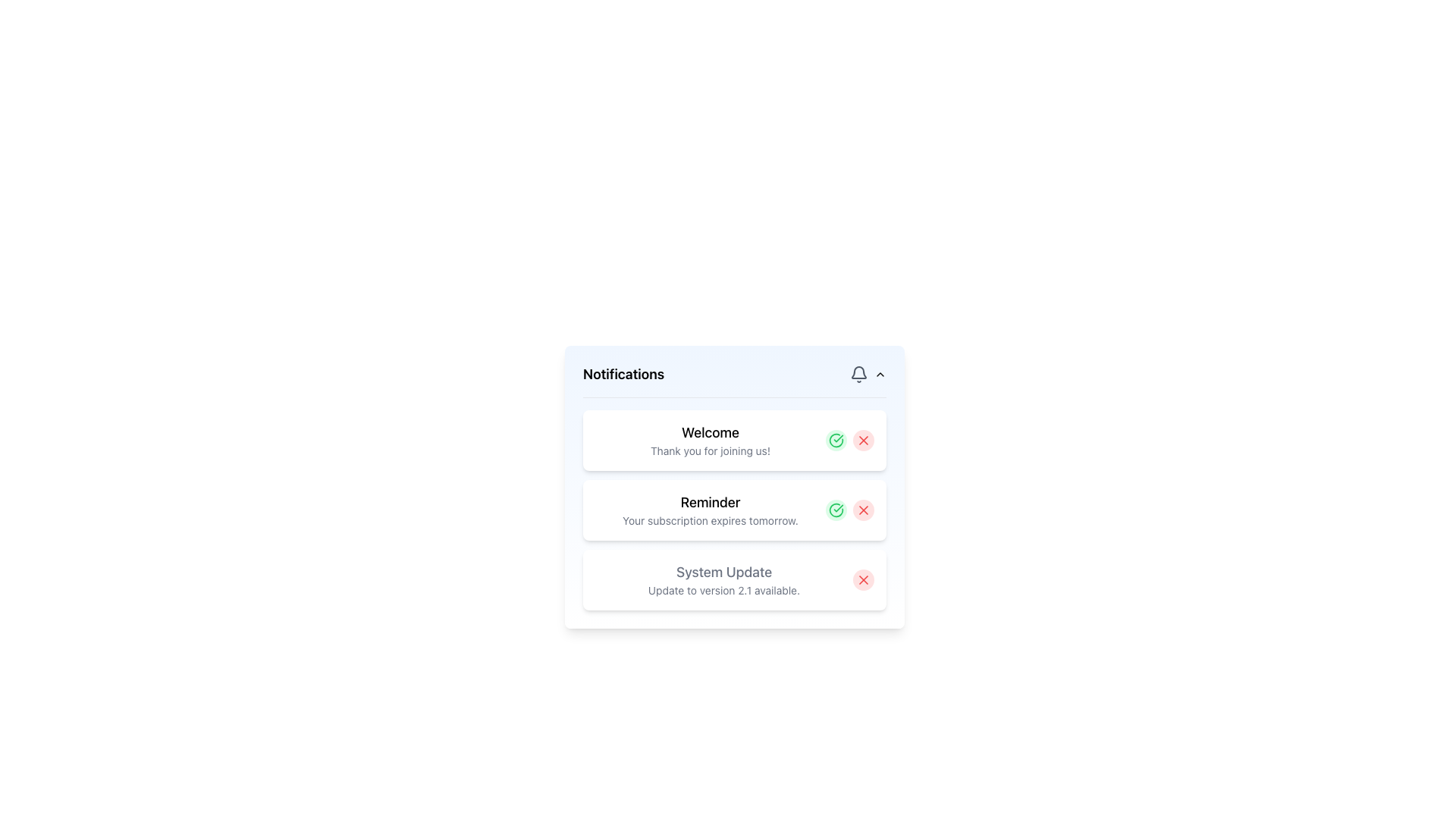 Image resolution: width=1456 pixels, height=819 pixels. Describe the element at coordinates (836, 441) in the screenshot. I see `the subtle green circular icon with an outlined checkmark next to the 'Welcome' notification message to mark the notification as acknowledged` at that location.